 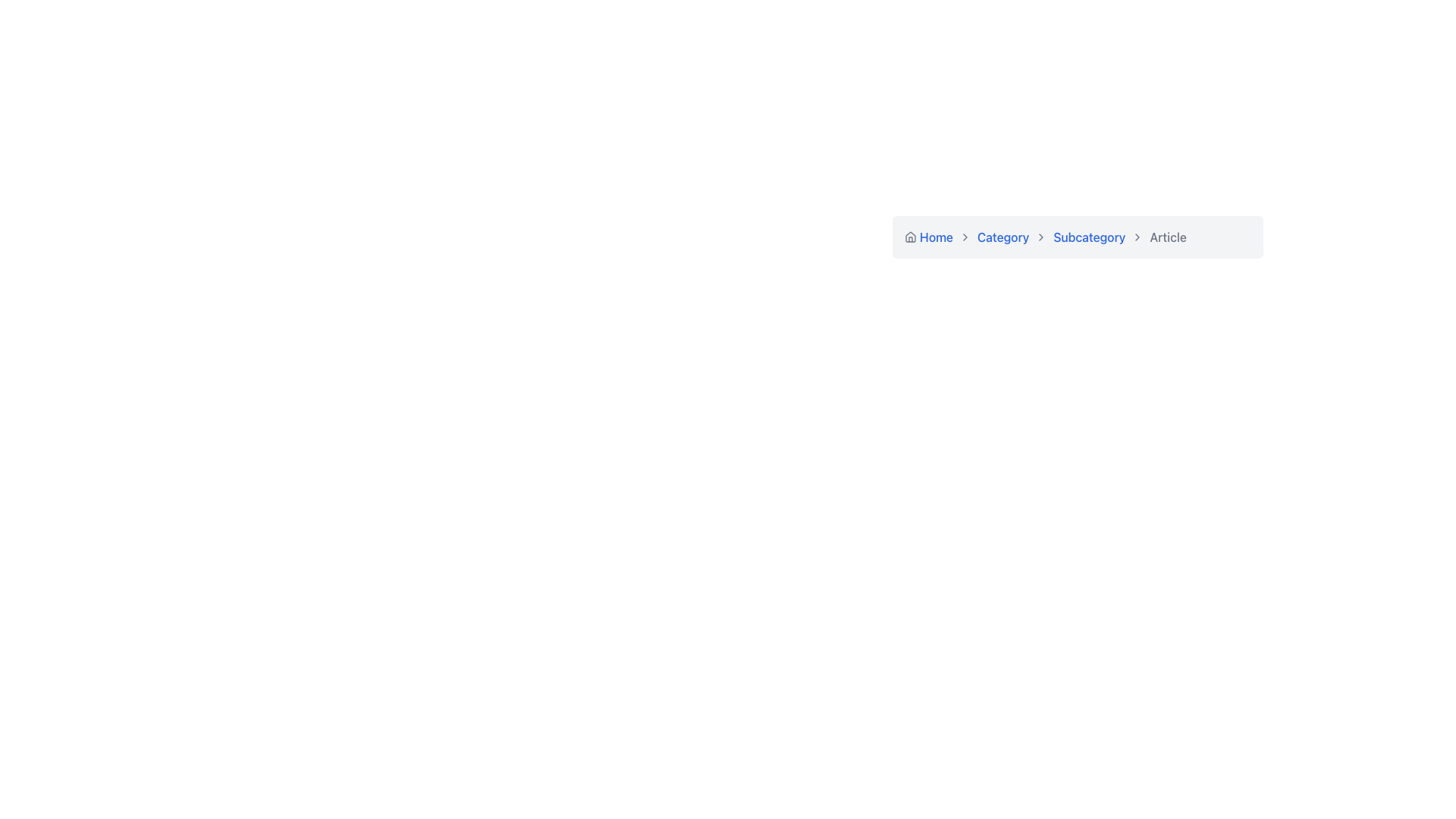 I want to click on the Breadcrumb item labeled 'Article' which is styled in lighter gray and positioned at the top-right corner of the breadcrumb navigation bar, so click(x=1167, y=237).